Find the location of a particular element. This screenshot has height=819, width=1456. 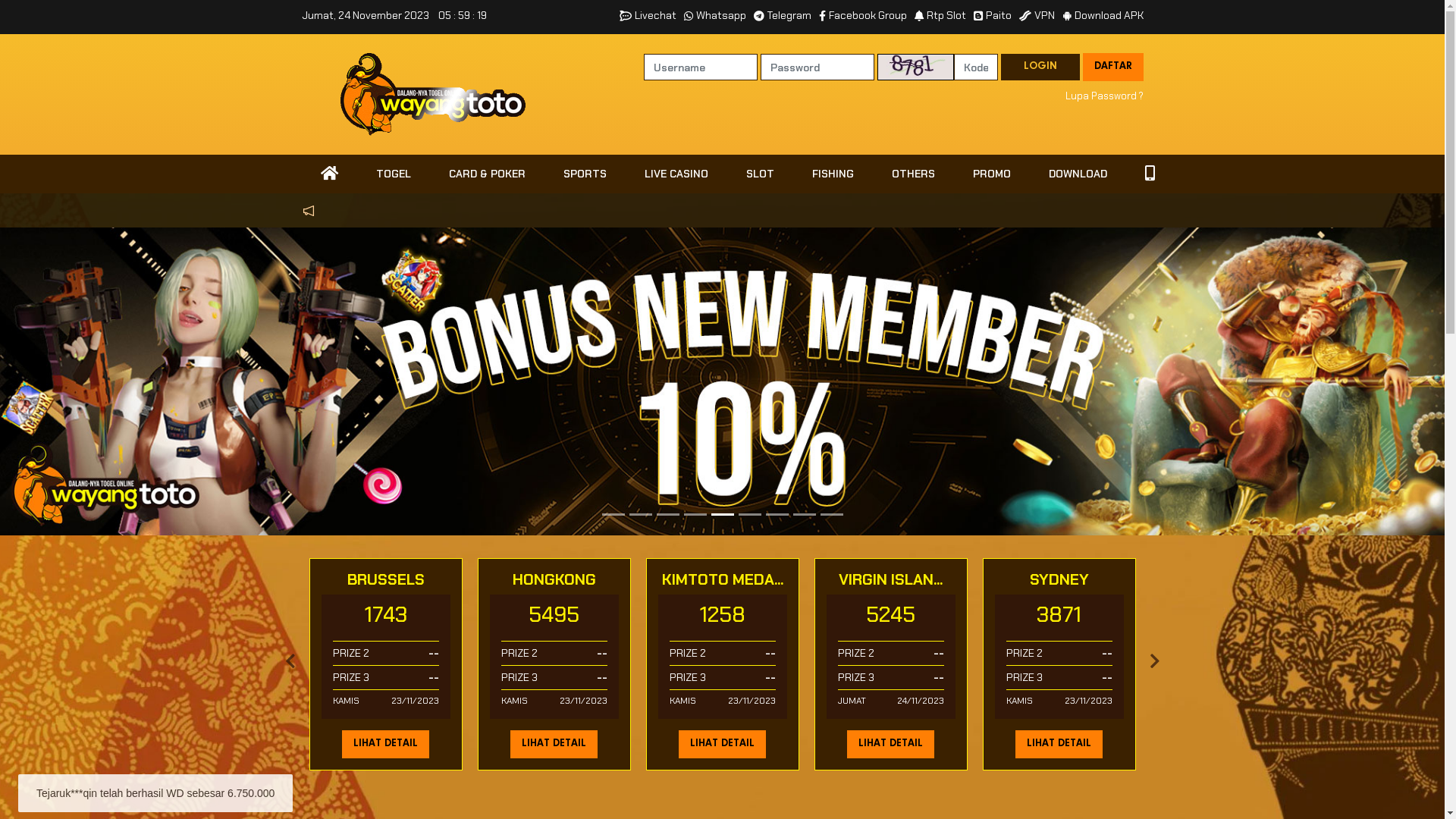

'CARD & POKER' is located at coordinates (486, 173).